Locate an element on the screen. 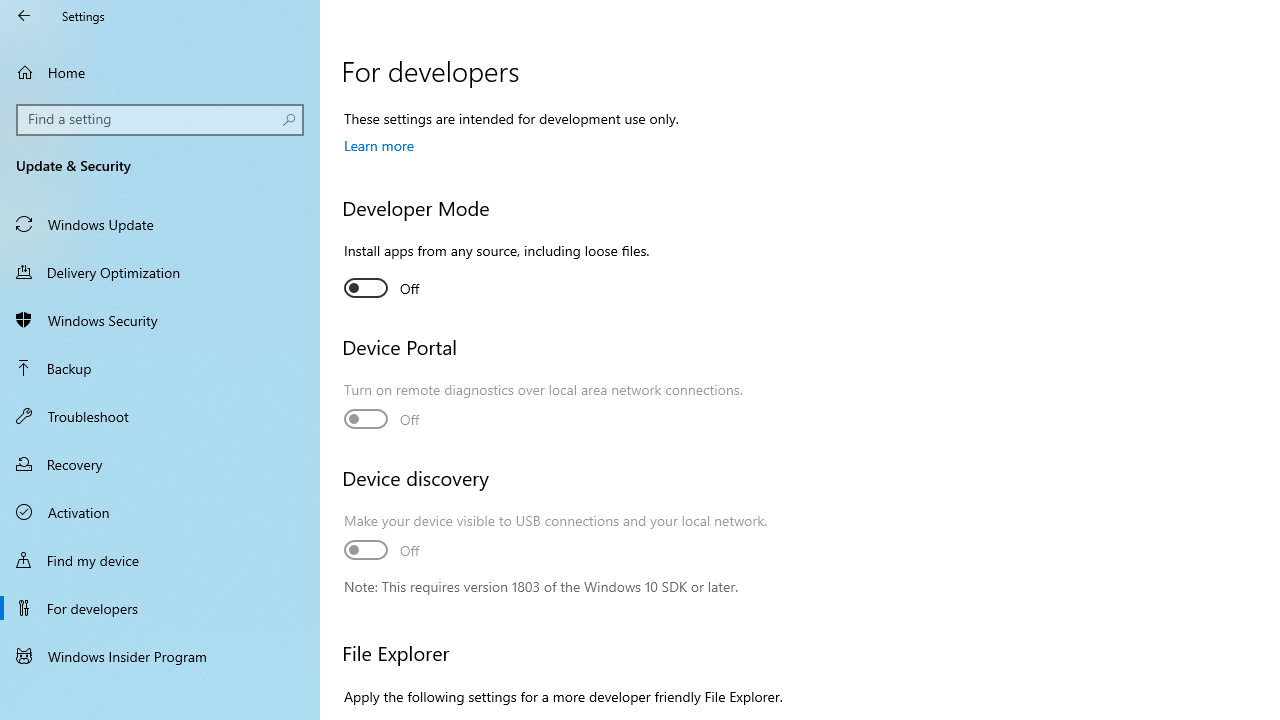 The image size is (1280, 720). 'Activation' is located at coordinates (160, 510).